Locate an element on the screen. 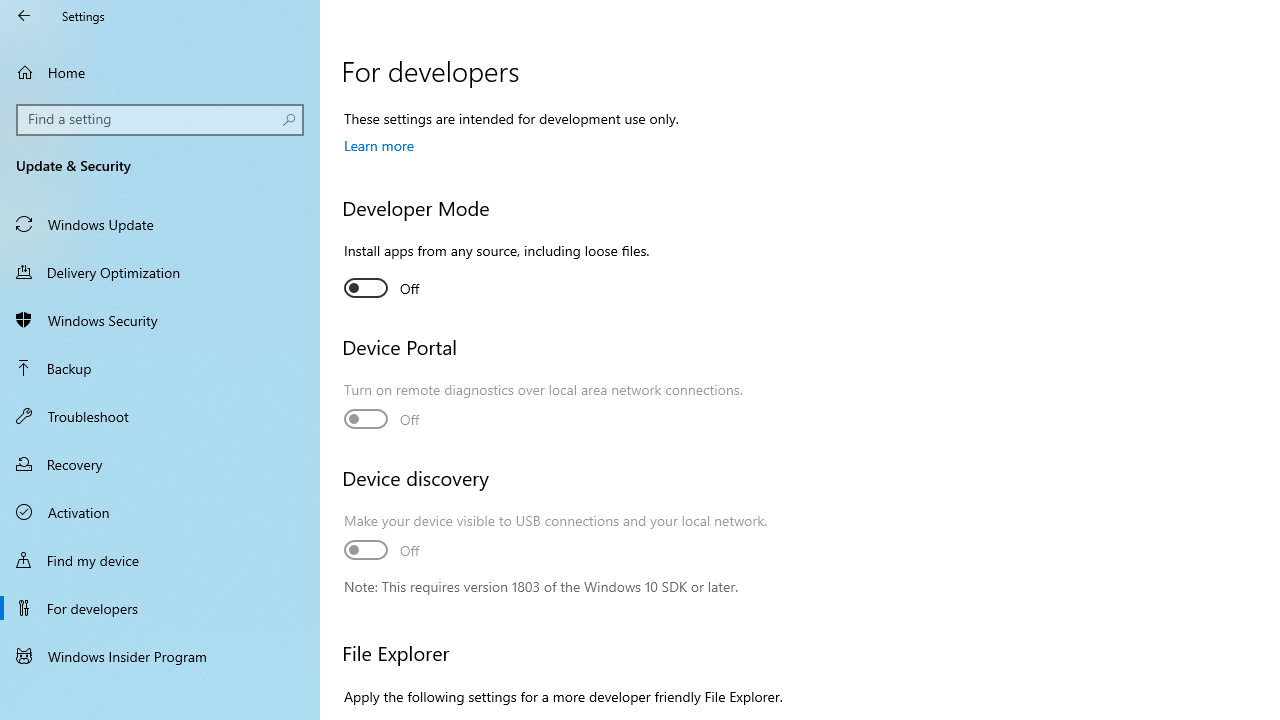 The image size is (1280, 720). 'Activation' is located at coordinates (160, 510).